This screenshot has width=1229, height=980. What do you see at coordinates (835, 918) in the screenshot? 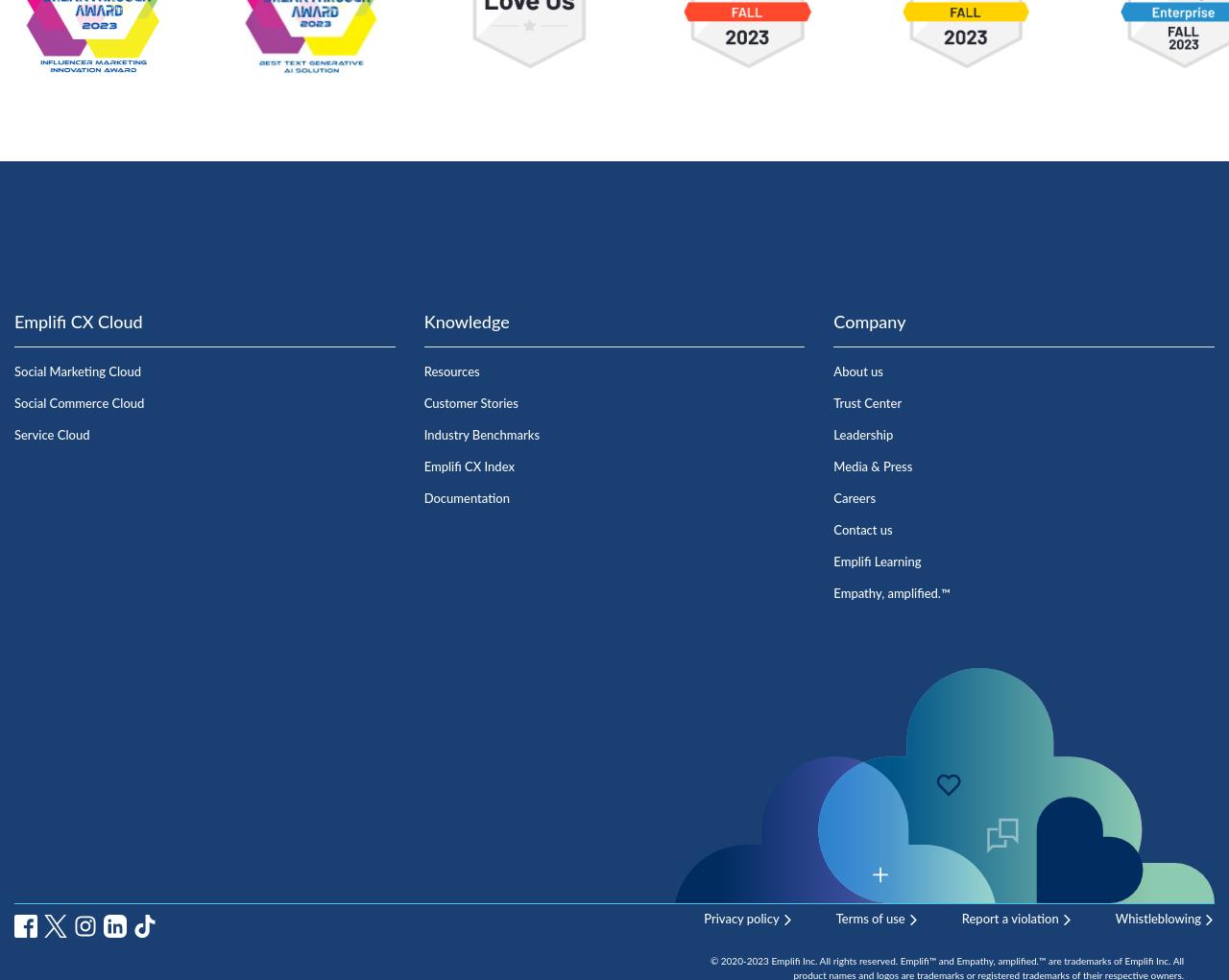
I see `'Terms of use'` at bounding box center [835, 918].